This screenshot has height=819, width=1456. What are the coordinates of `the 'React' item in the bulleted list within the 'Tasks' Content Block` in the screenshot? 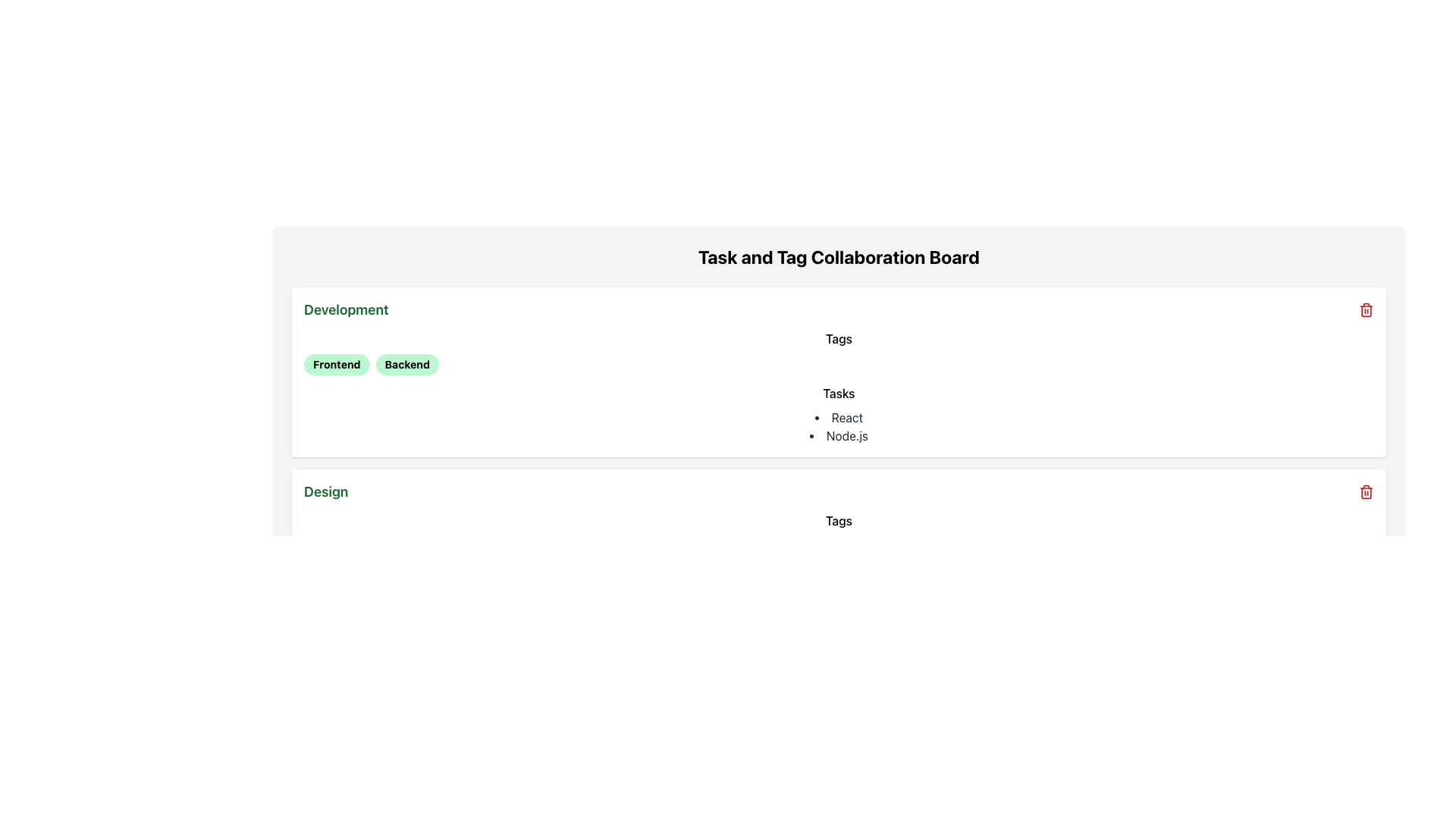 It's located at (838, 415).